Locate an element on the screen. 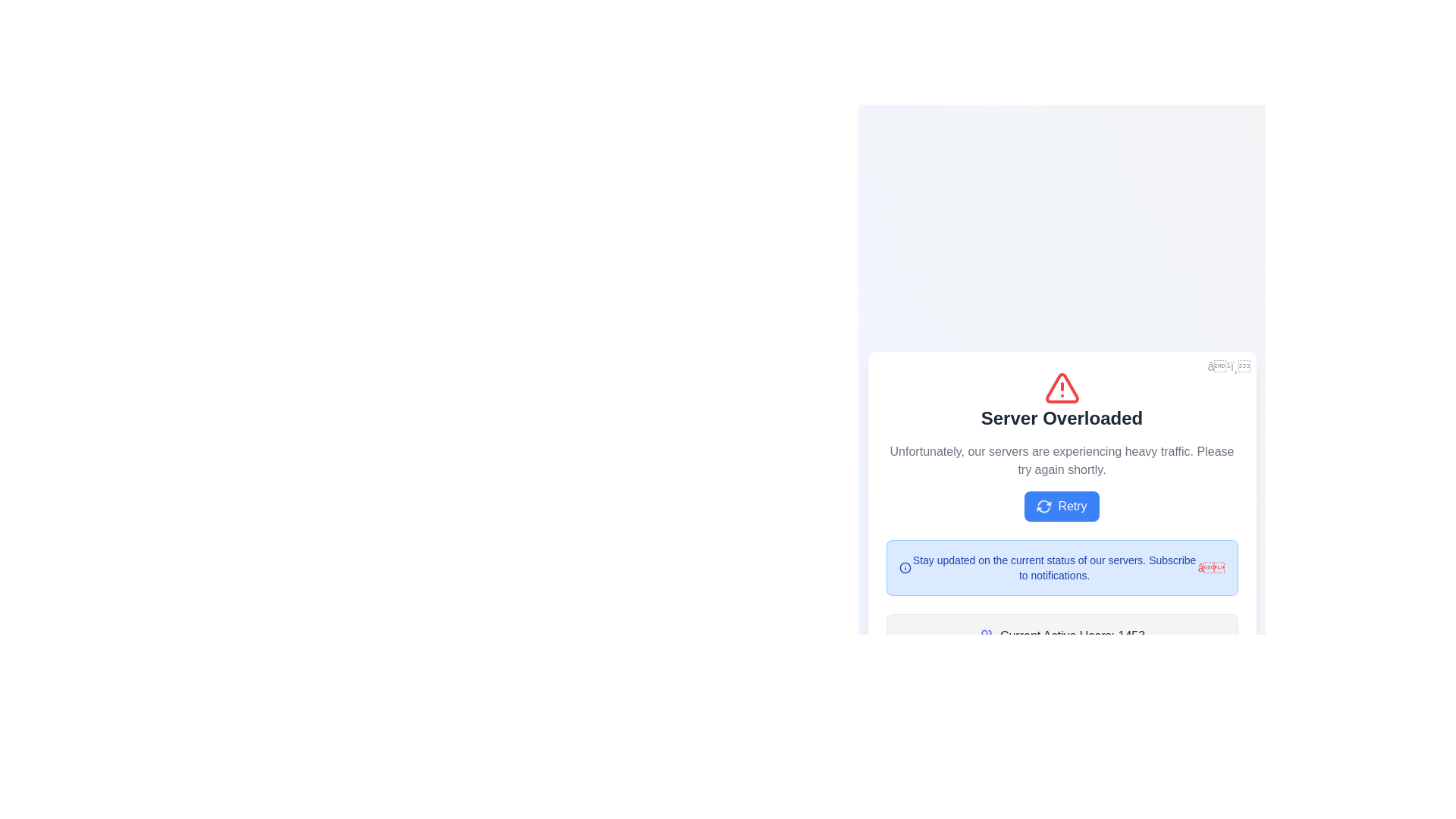 Image resolution: width=1456 pixels, height=819 pixels. informational content displayed in the blue-themed alert box stating 'Stay updated on the current status of our servers. Subscribe to notifications.' is located at coordinates (1053, 567).